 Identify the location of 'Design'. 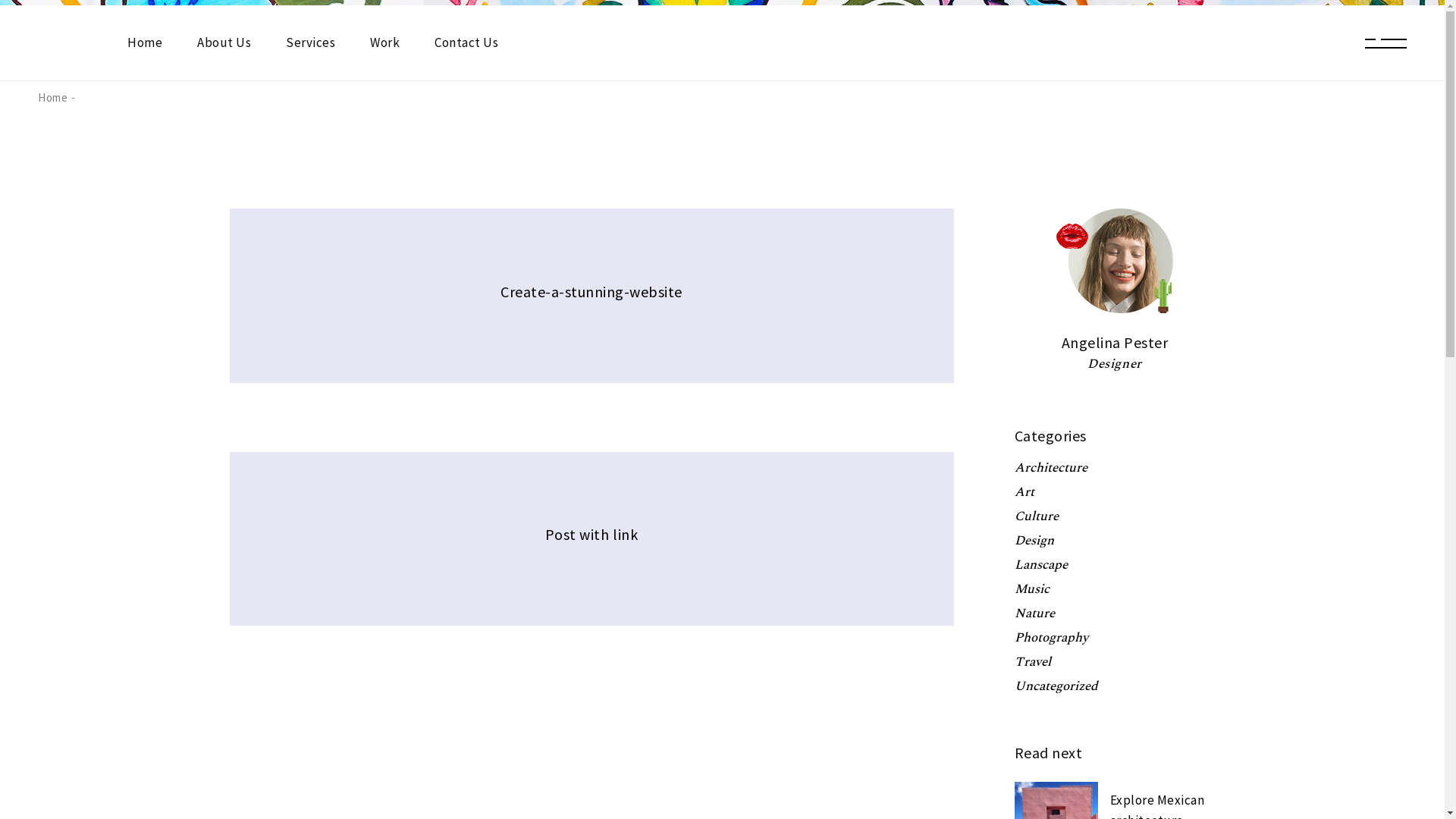
(1033, 540).